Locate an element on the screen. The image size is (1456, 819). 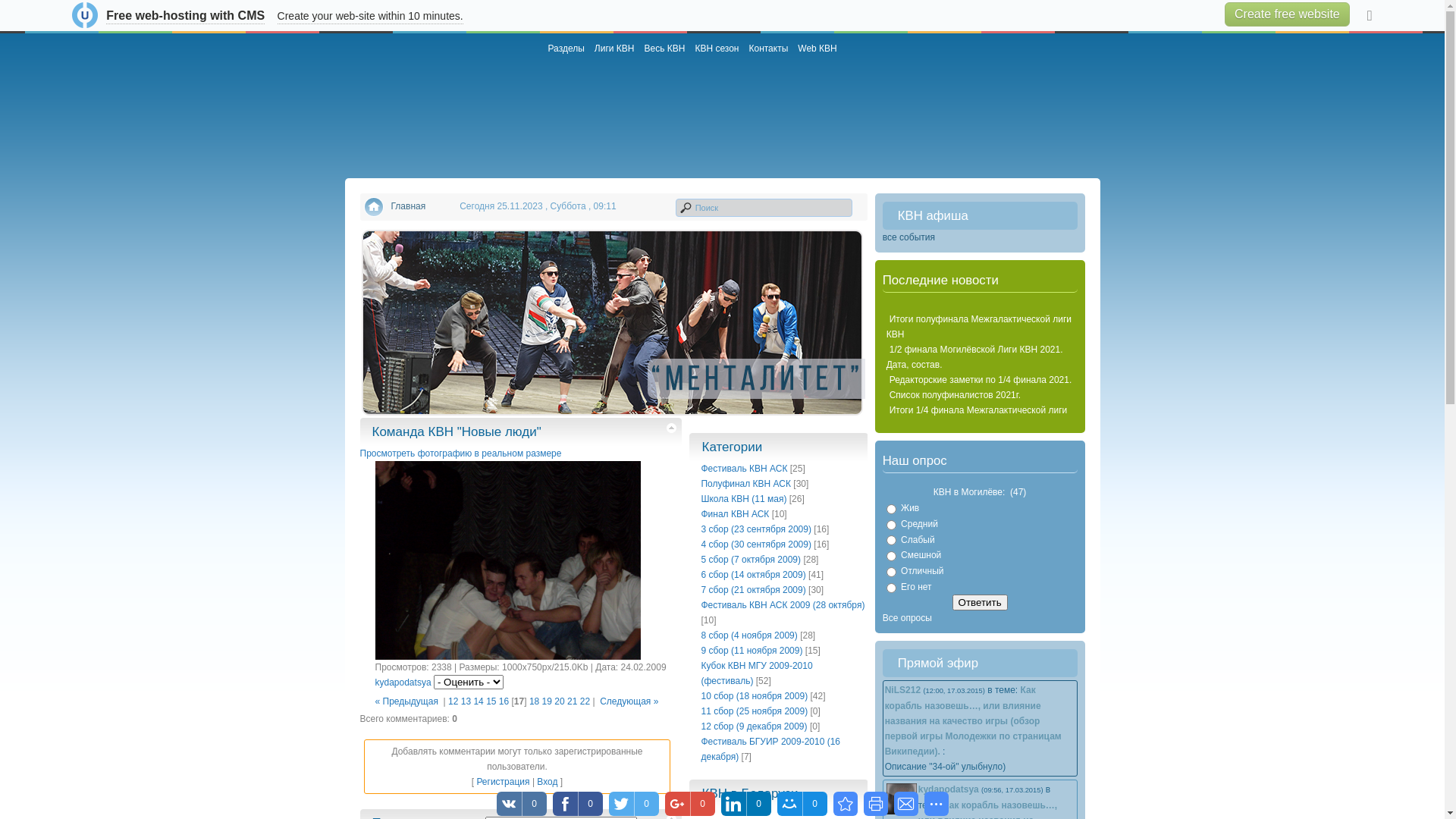
'19' is located at coordinates (546, 701).